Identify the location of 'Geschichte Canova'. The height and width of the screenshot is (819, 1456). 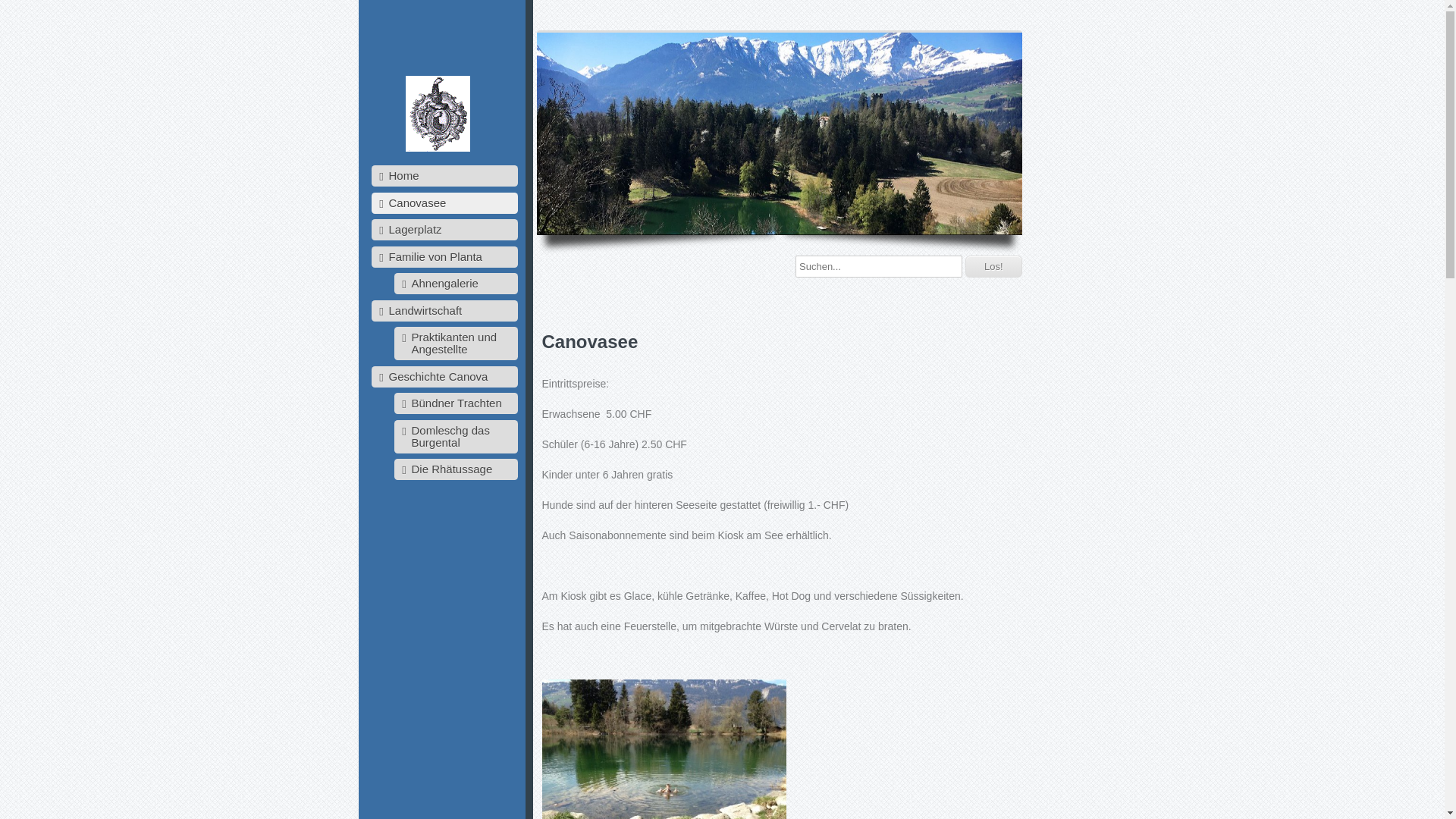
(444, 375).